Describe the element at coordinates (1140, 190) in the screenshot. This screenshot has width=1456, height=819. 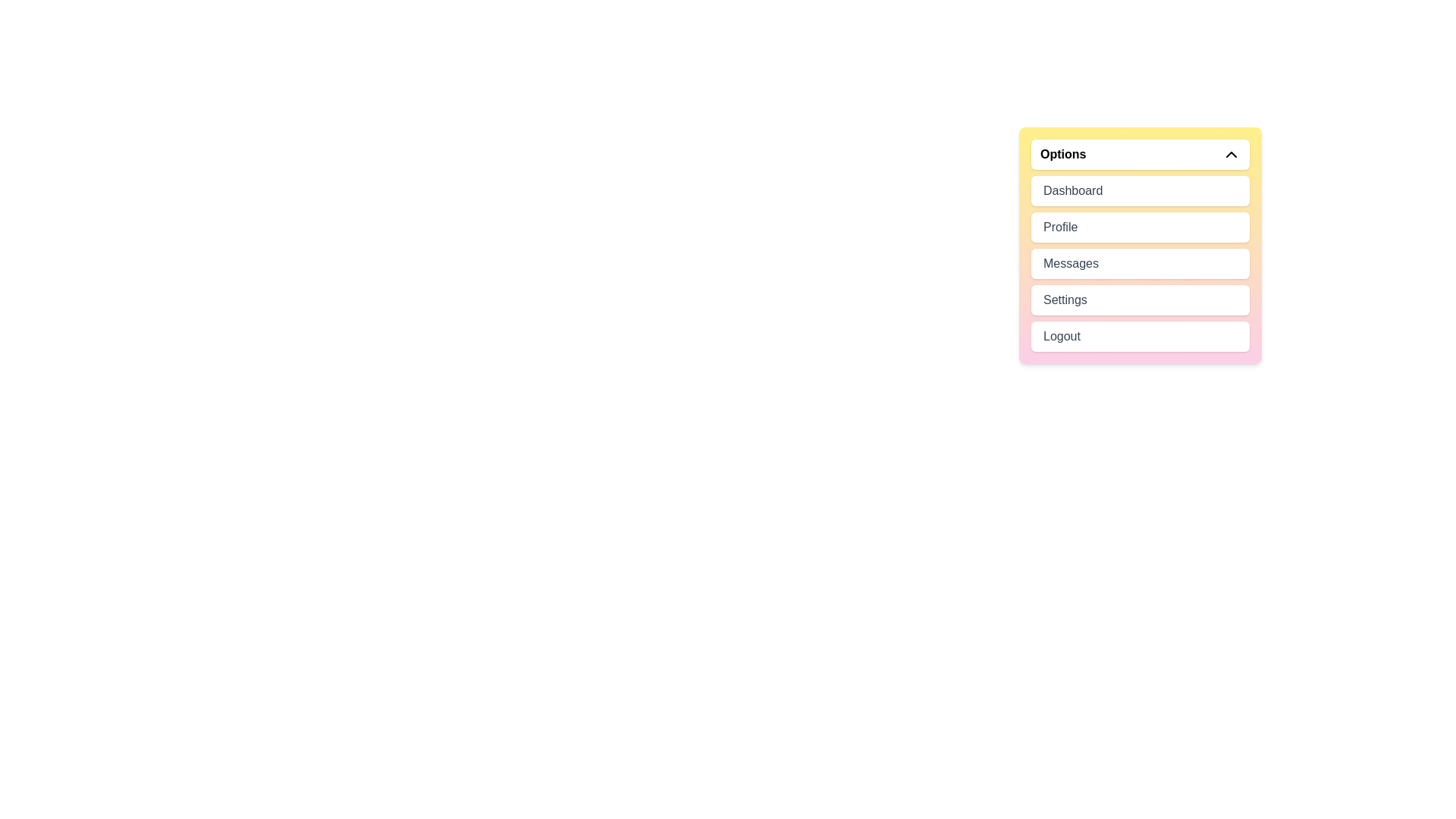
I see `the menu item Dashboard to highlight it` at that location.